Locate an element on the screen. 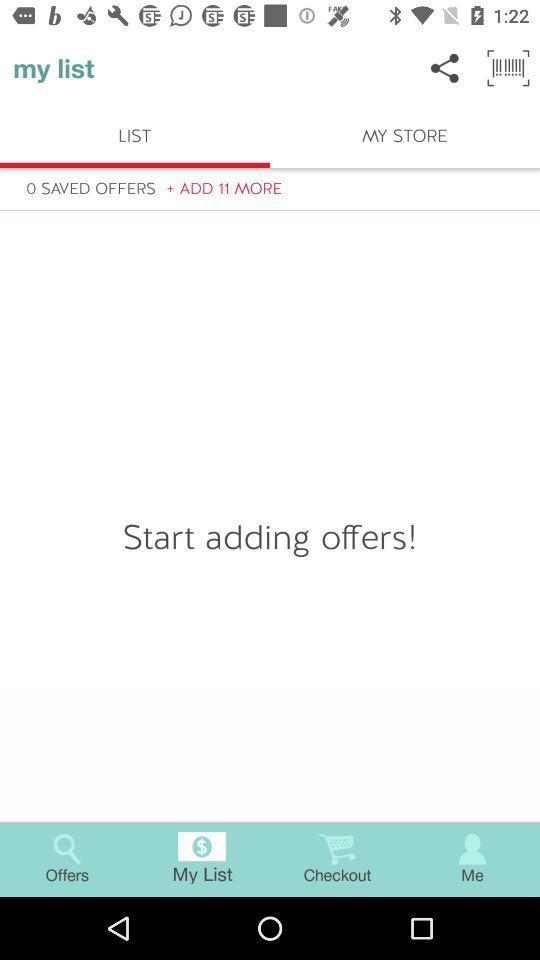 Image resolution: width=540 pixels, height=960 pixels. icon above my store is located at coordinates (445, 68).